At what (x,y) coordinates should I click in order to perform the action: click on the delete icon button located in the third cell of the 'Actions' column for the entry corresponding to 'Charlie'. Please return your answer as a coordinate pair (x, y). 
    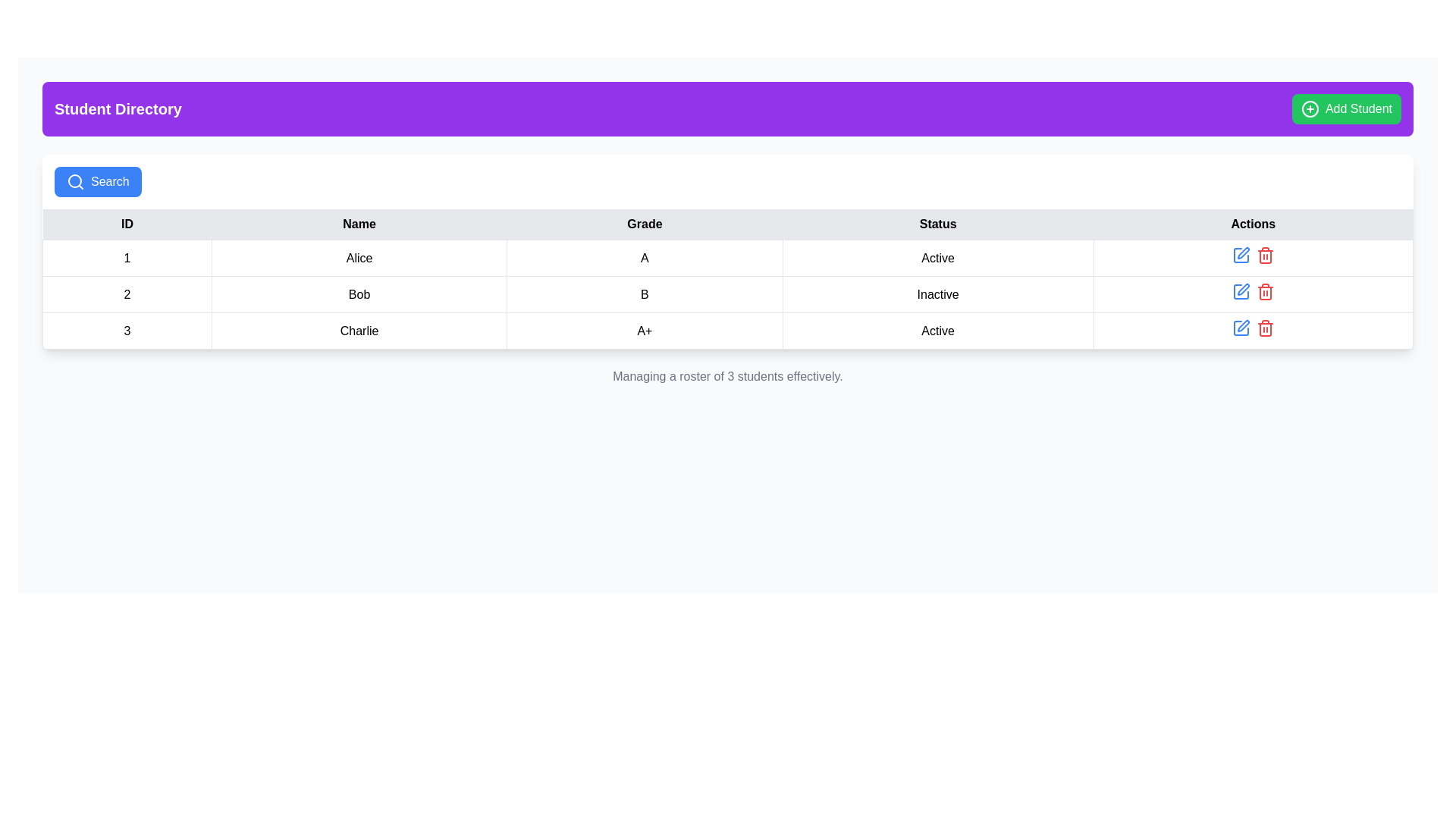
    Looking at the image, I should click on (1265, 254).